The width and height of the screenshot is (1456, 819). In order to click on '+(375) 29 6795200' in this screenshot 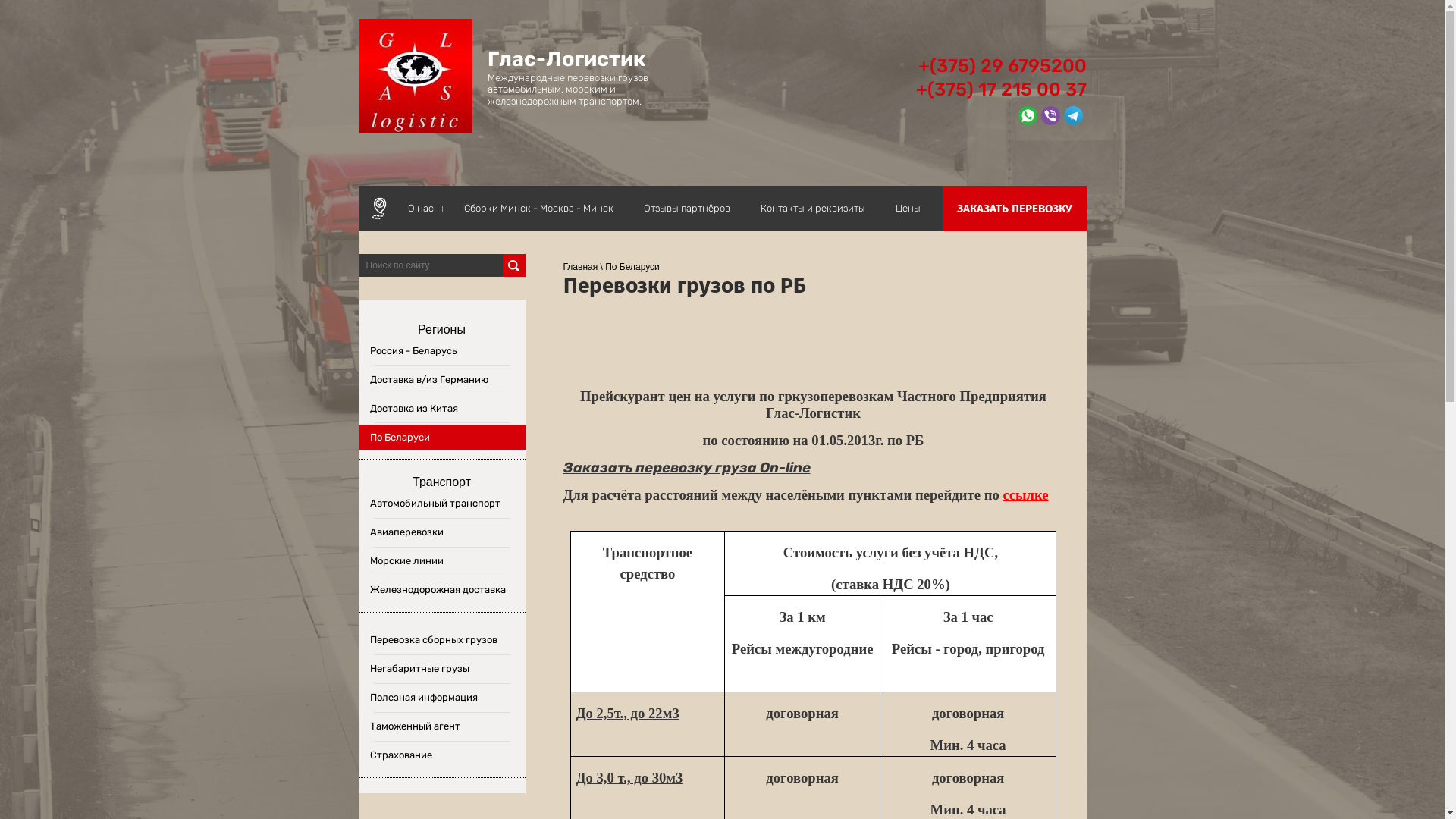, I will do `click(1001, 65)`.